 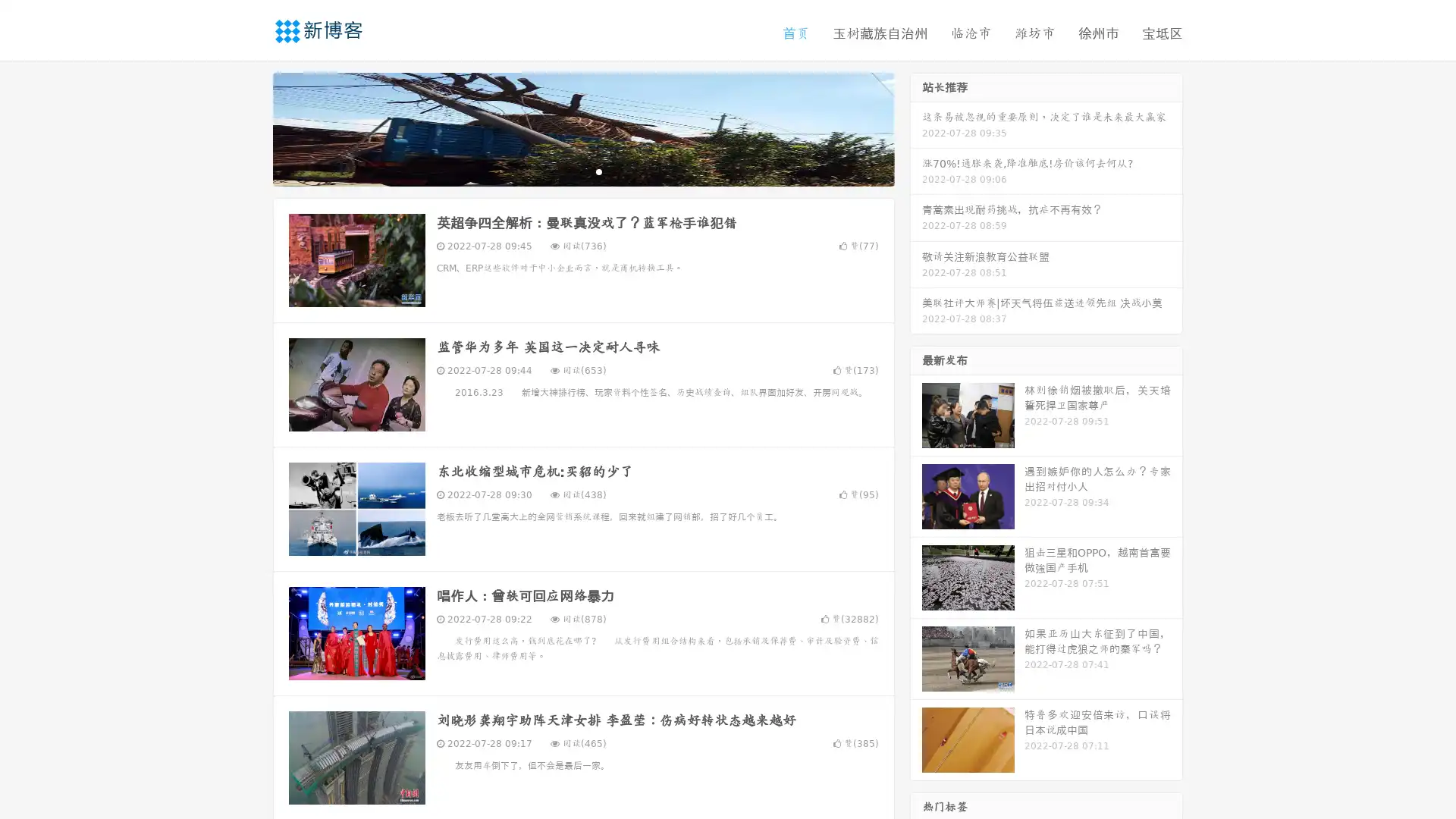 What do you see at coordinates (916, 127) in the screenshot?
I see `Next slide` at bounding box center [916, 127].